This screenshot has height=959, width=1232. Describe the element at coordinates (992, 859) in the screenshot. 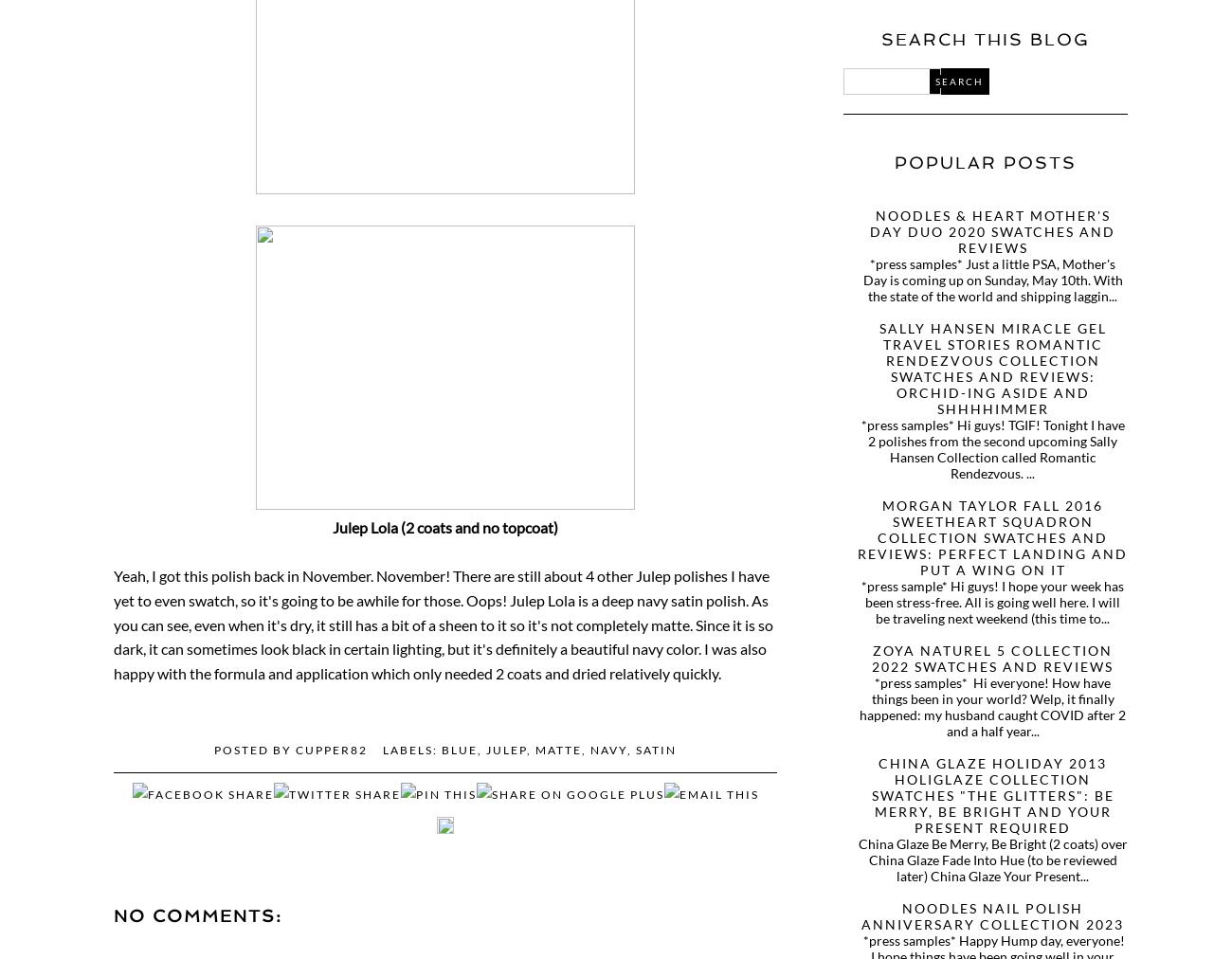

I see `'China Glaze Be Merry, Be Bright (2 coats) over China Glaze Fade Into Hue (to be reviewed later)            China Glaze Your Present...'` at that location.